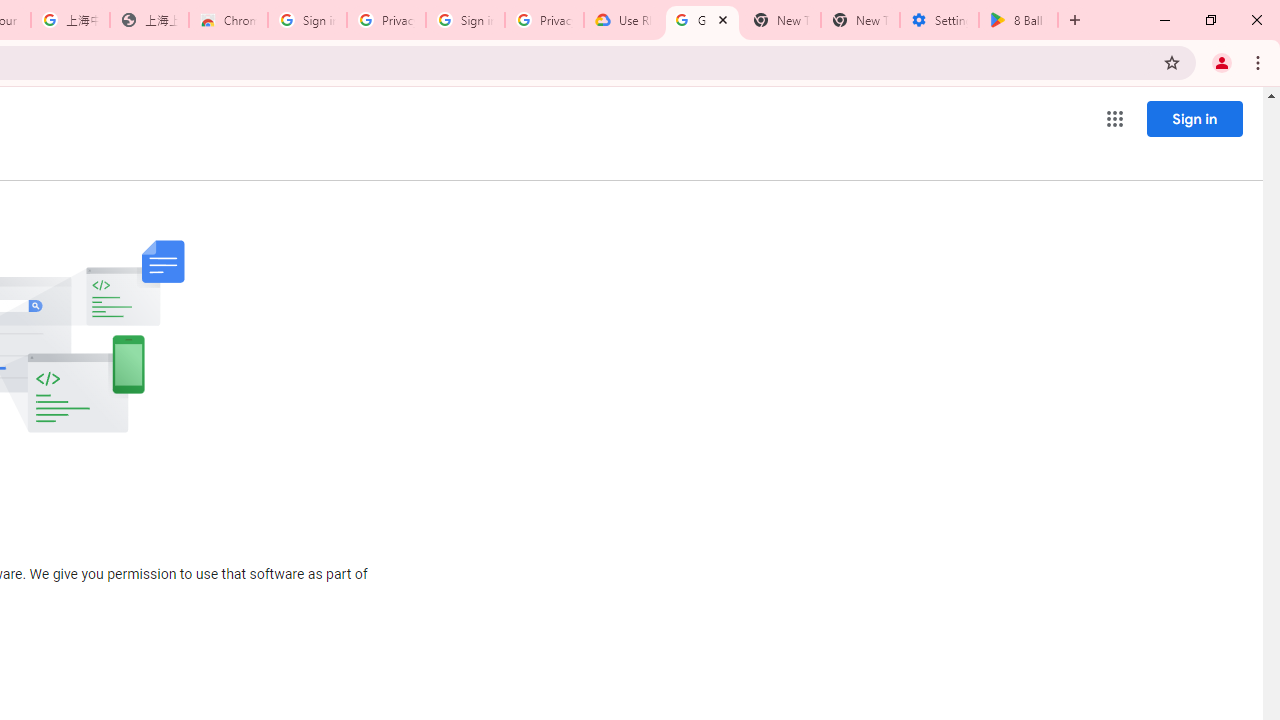 This screenshot has height=720, width=1280. What do you see at coordinates (464, 20) in the screenshot?
I see `'Sign in - Google Accounts'` at bounding box center [464, 20].